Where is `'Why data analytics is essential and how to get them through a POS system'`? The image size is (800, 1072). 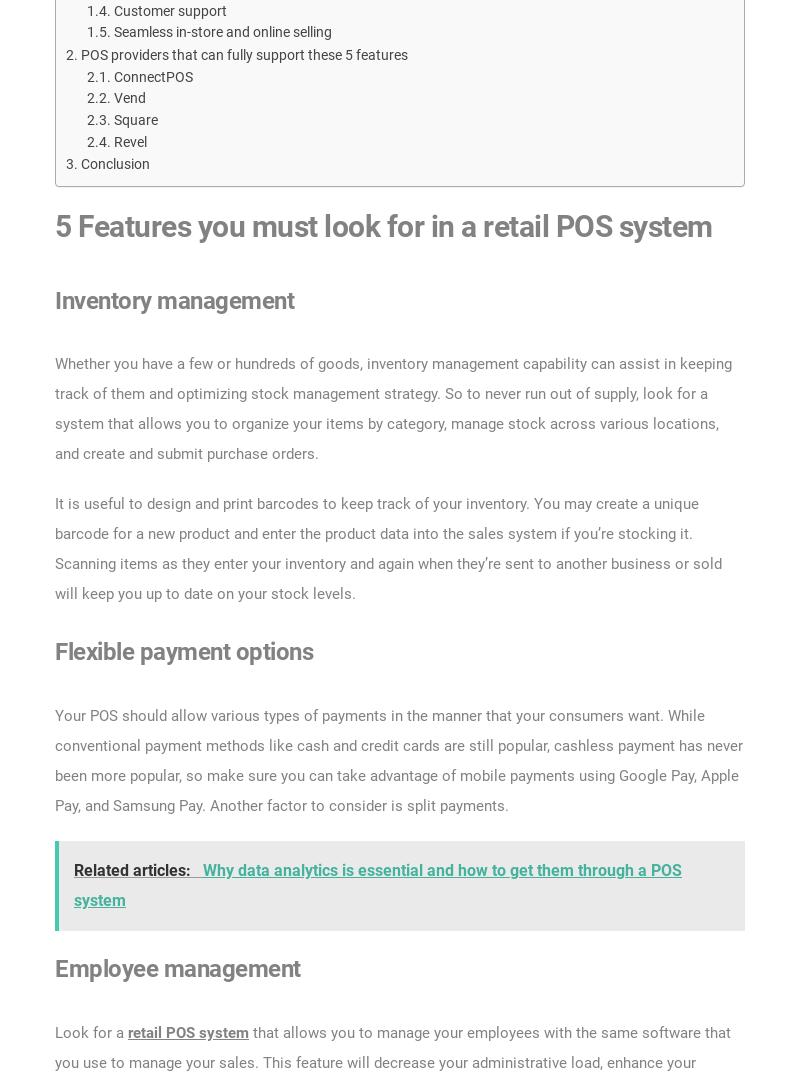
'Why data analytics is essential and how to get them through a POS system' is located at coordinates (377, 885).